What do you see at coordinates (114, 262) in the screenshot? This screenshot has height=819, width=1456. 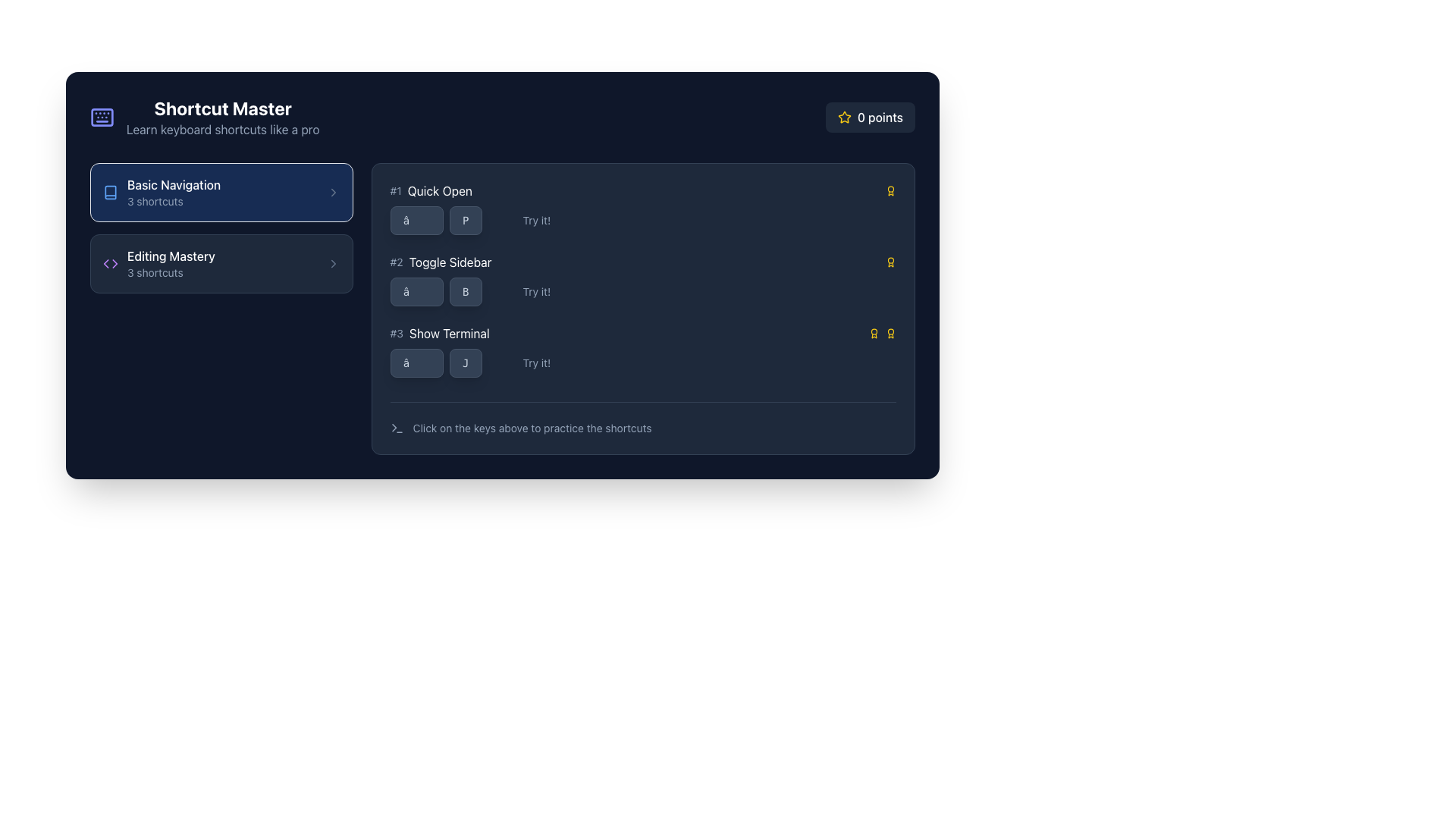 I see `the triangular arrow icon with a purple outline located near the 'Editing Mastery' section in the side menu` at bounding box center [114, 262].